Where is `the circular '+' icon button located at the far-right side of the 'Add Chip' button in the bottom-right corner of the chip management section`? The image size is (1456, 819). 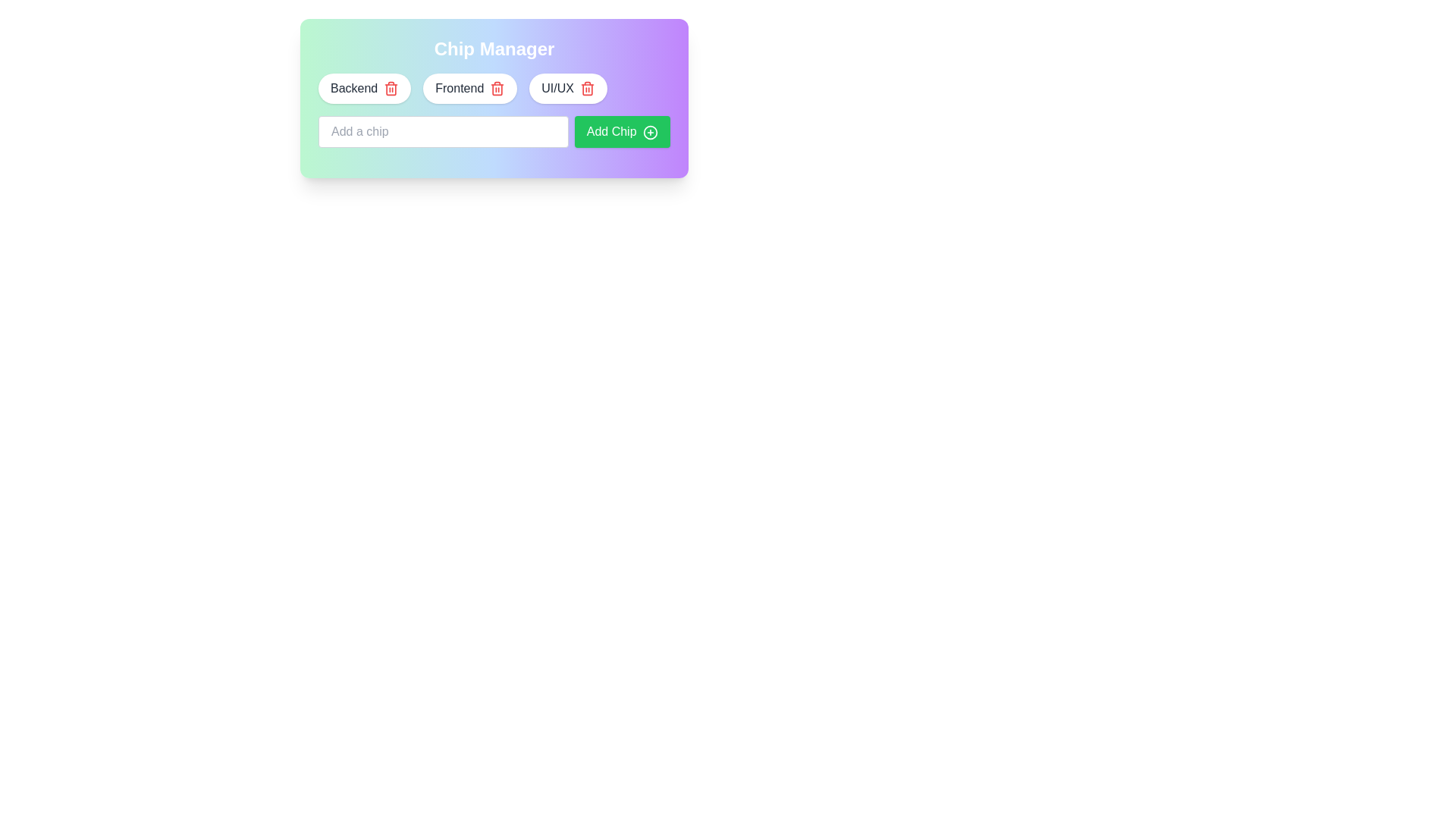 the circular '+' icon button located at the far-right side of the 'Add Chip' button in the bottom-right corner of the chip management section is located at coordinates (651, 130).